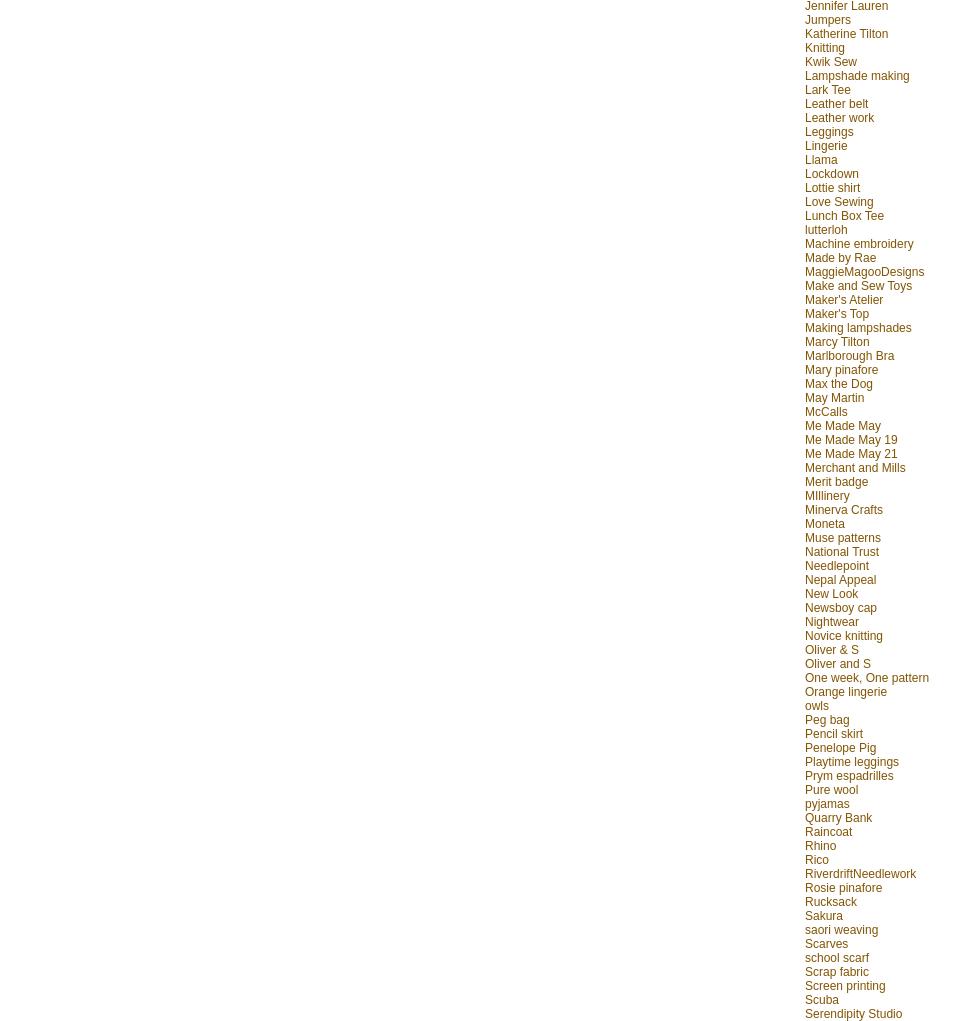 The height and width of the screenshot is (1021, 980). What do you see at coordinates (843, 507) in the screenshot?
I see `'Minerva Crafts'` at bounding box center [843, 507].